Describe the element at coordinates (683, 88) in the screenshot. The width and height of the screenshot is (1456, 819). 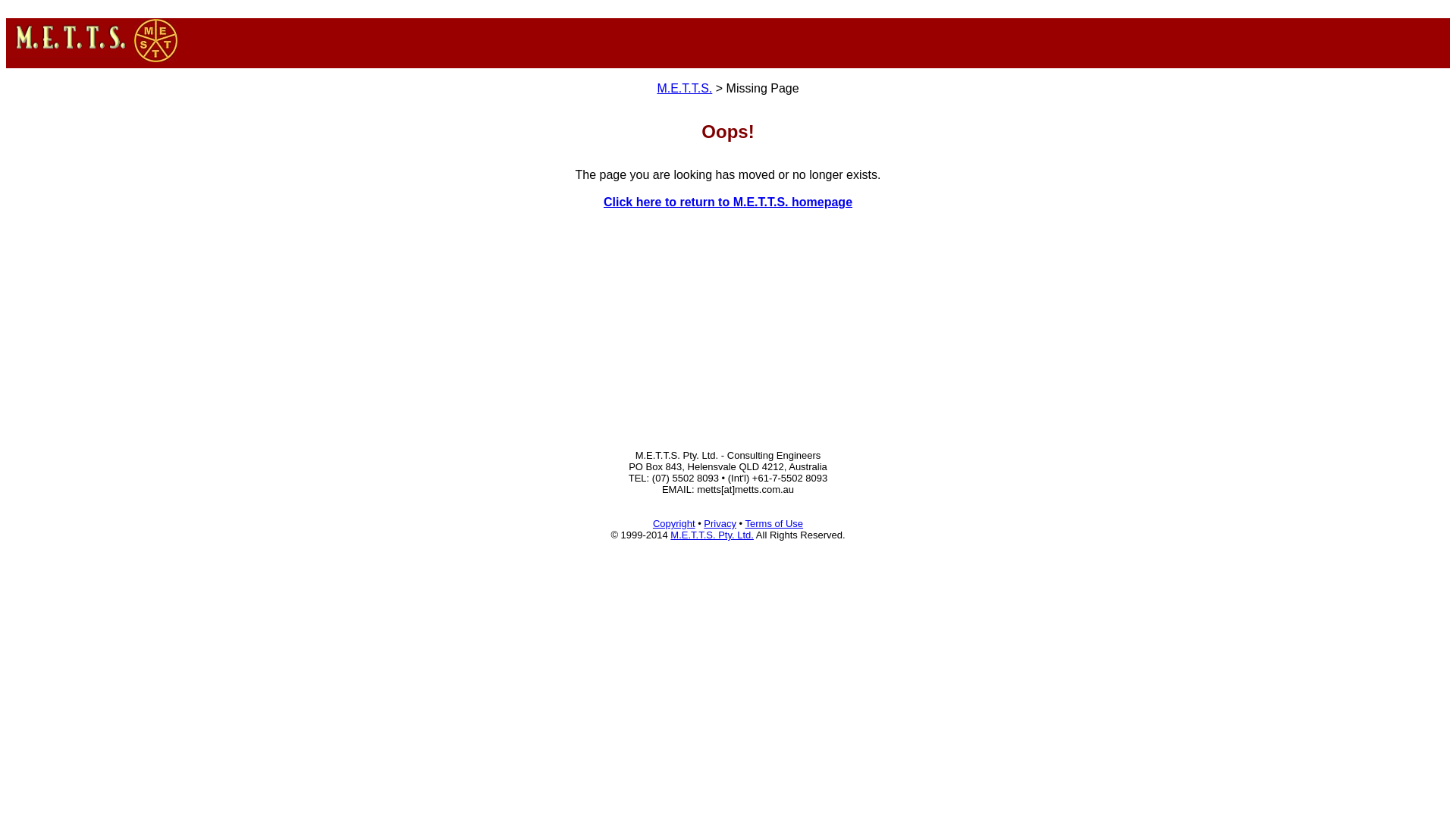
I see `'M.E.T.T.S.'` at that location.